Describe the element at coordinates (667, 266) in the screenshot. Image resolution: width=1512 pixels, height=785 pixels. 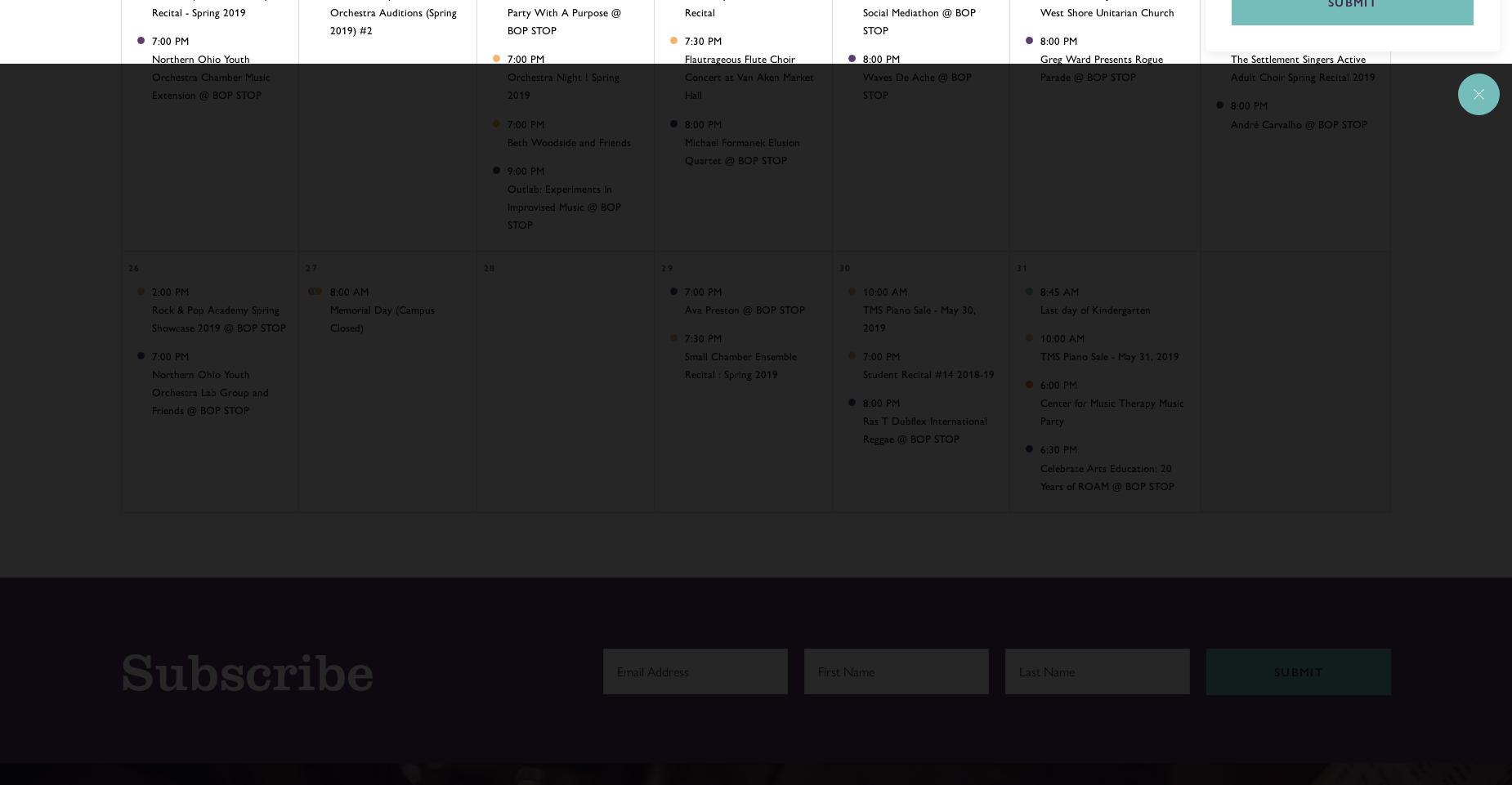
I see `'29'` at that location.